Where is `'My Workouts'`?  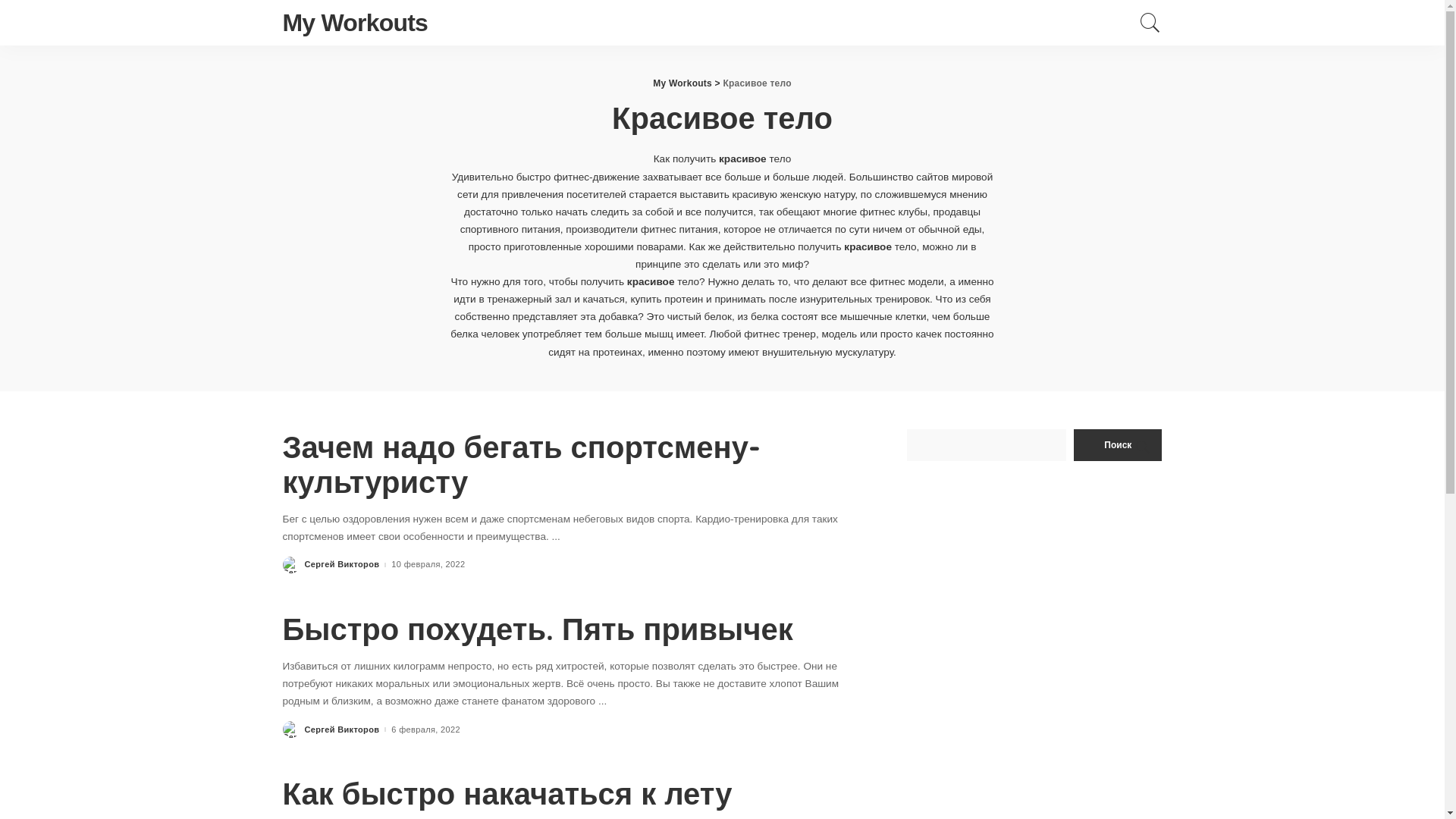
'My Workouts' is located at coordinates (354, 23).